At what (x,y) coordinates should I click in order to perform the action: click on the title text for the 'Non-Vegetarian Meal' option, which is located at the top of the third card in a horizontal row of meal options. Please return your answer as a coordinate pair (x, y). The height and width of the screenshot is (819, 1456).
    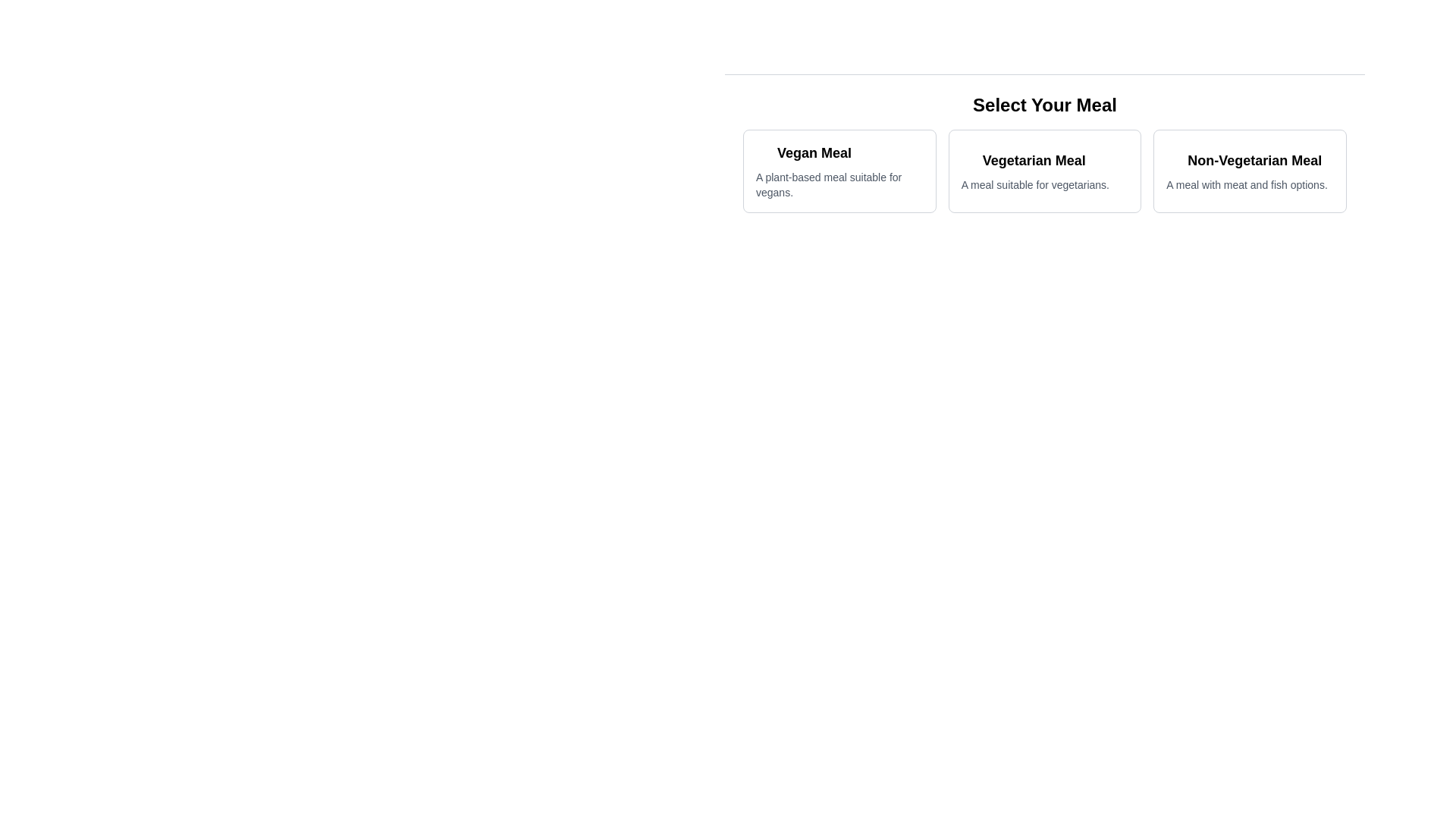
    Looking at the image, I should click on (1250, 161).